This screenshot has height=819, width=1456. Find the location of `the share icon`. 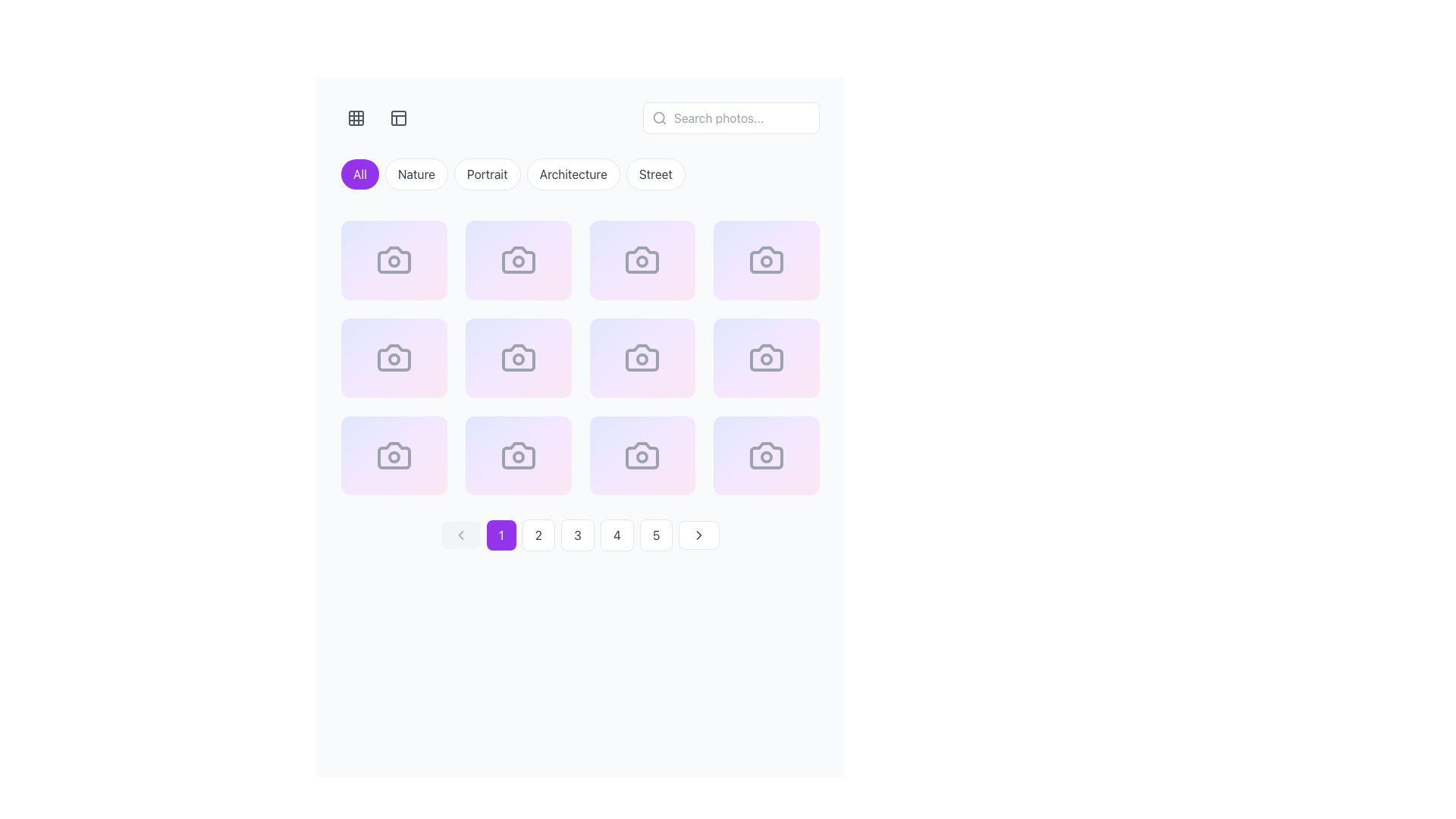

the share icon is located at coordinates (773, 372).